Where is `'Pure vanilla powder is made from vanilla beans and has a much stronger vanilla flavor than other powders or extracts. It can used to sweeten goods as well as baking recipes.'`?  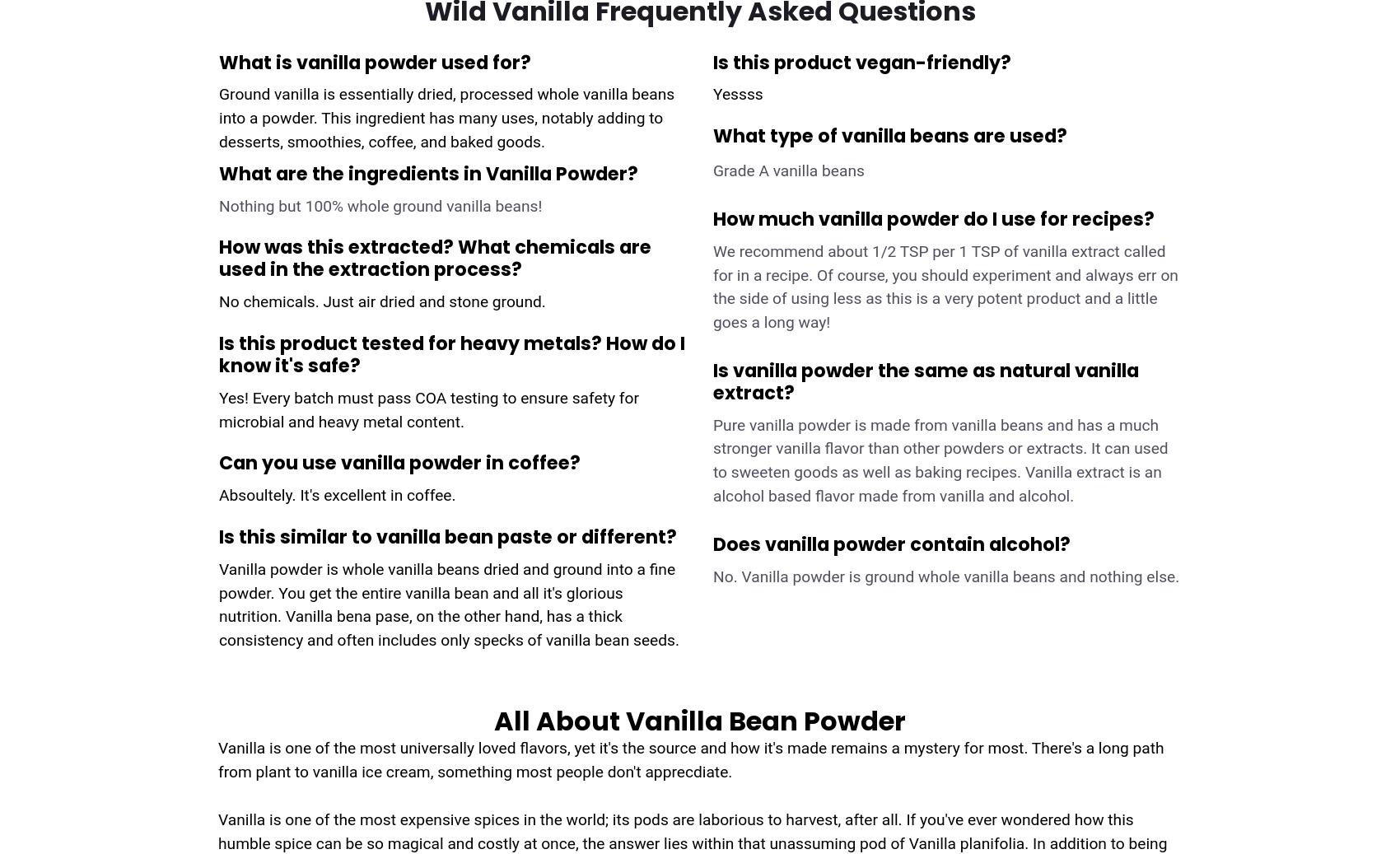
'Pure vanilla powder is made from vanilla beans and has a much stronger vanilla flavor than other powders or extracts. It can used to sweeten goods as well as baking recipes.' is located at coordinates (940, 448).